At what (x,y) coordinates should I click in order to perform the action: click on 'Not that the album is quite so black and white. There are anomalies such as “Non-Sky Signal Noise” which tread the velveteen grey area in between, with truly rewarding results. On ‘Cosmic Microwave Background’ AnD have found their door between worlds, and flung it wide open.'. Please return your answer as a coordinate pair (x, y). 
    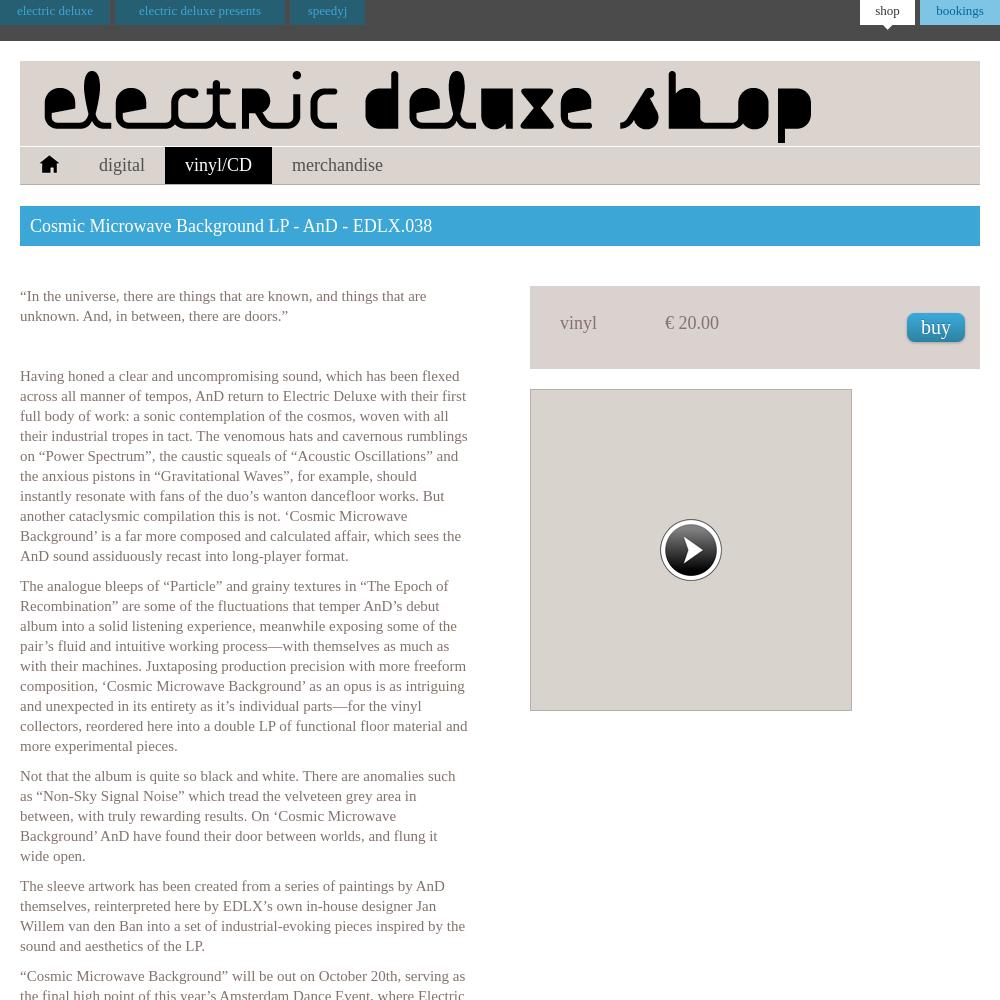
    Looking at the image, I should click on (236, 815).